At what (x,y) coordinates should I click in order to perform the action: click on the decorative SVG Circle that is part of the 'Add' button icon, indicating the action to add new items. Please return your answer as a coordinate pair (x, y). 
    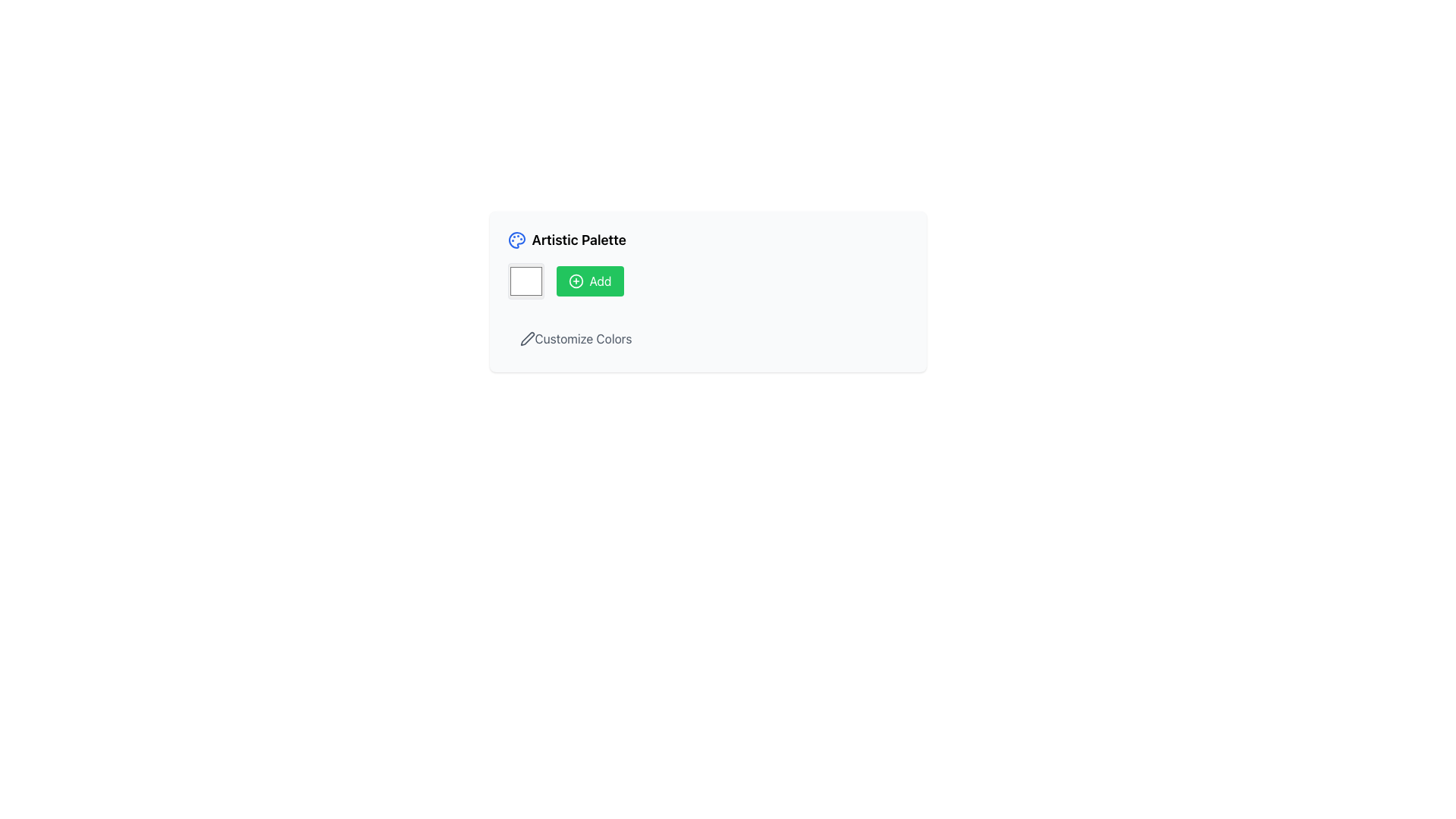
    Looking at the image, I should click on (575, 281).